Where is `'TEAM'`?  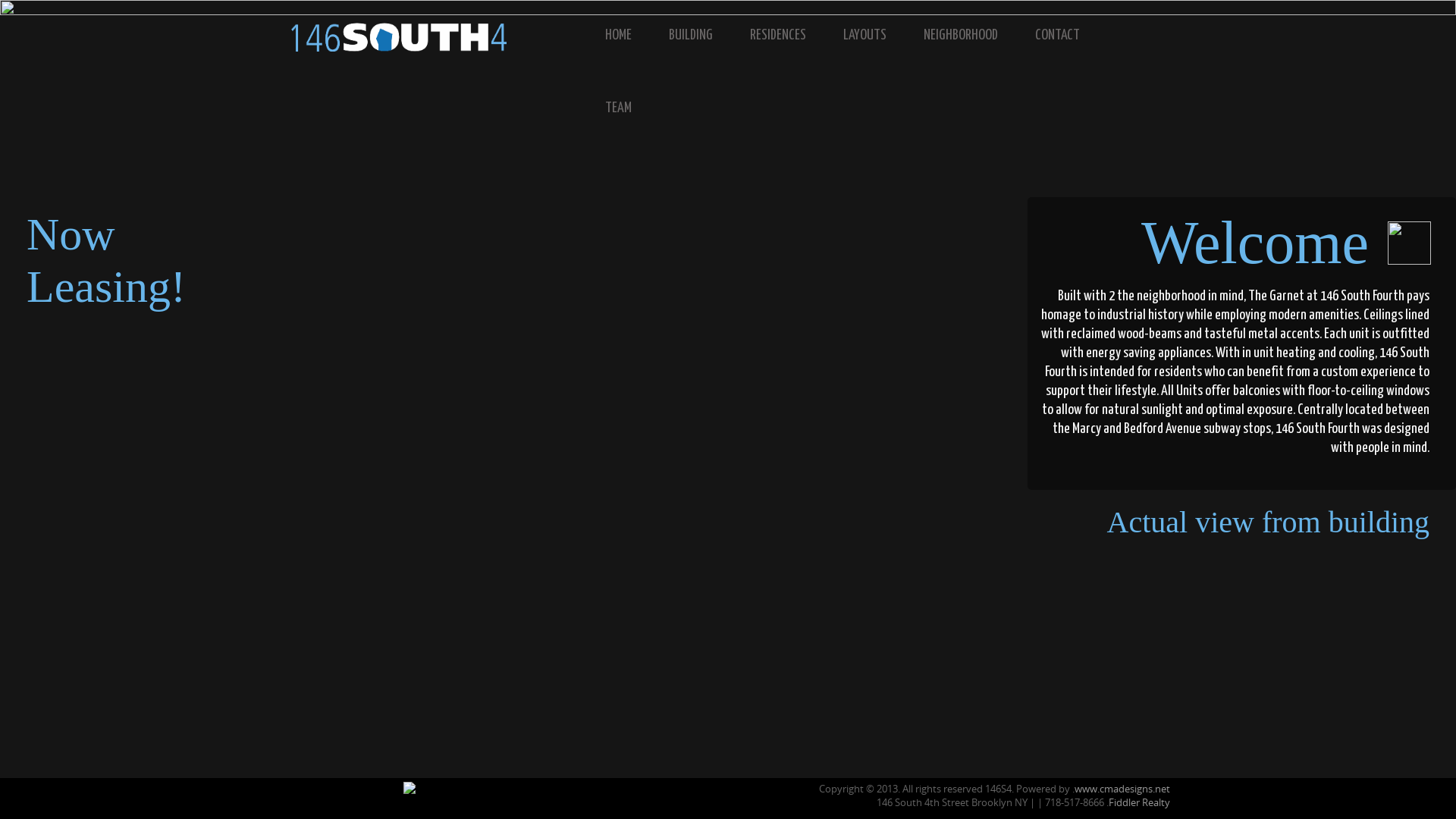
'TEAM' is located at coordinates (629, 108).